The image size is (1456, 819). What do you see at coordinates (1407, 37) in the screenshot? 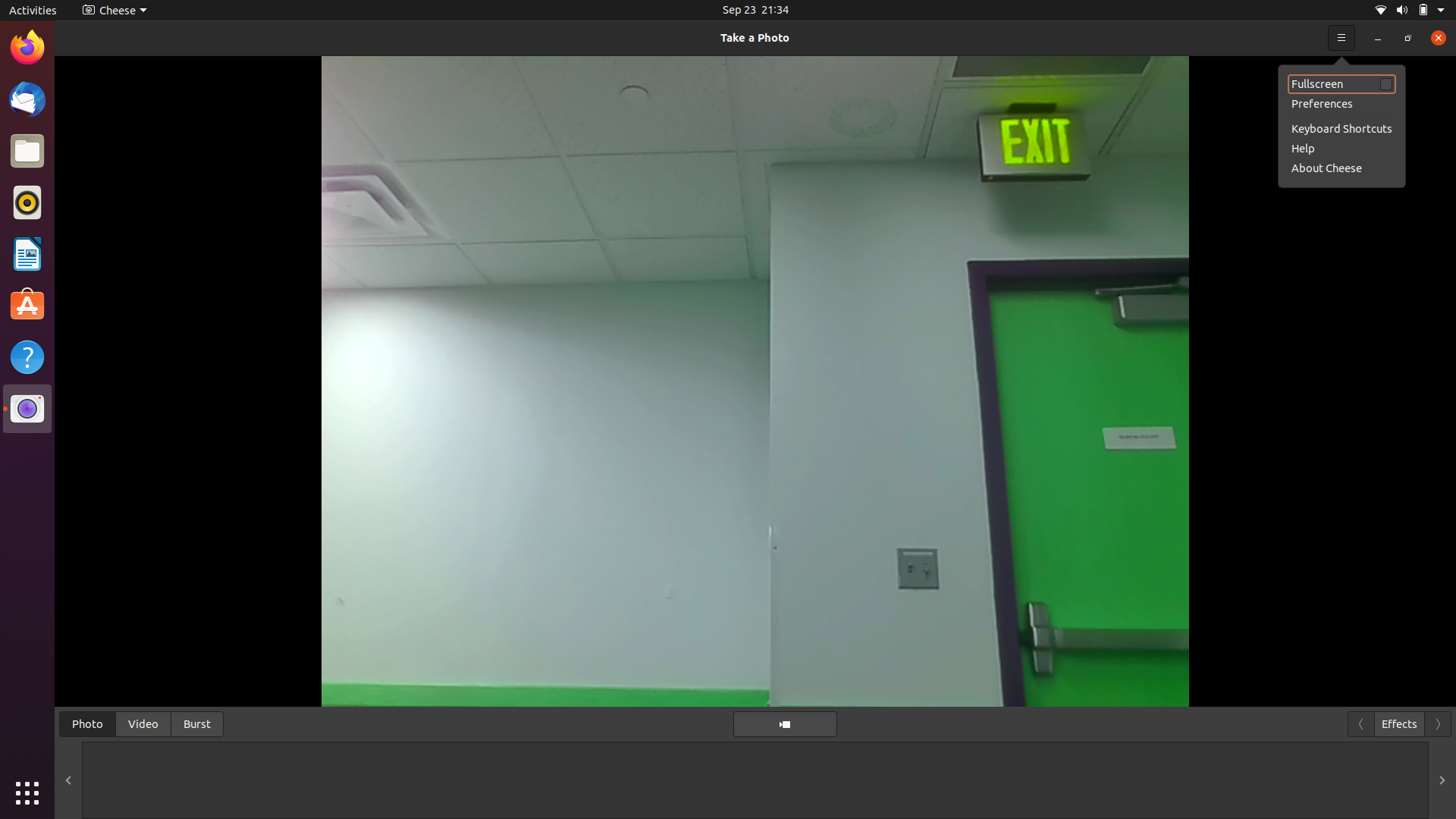
I see `Expand the display to full screen` at bounding box center [1407, 37].